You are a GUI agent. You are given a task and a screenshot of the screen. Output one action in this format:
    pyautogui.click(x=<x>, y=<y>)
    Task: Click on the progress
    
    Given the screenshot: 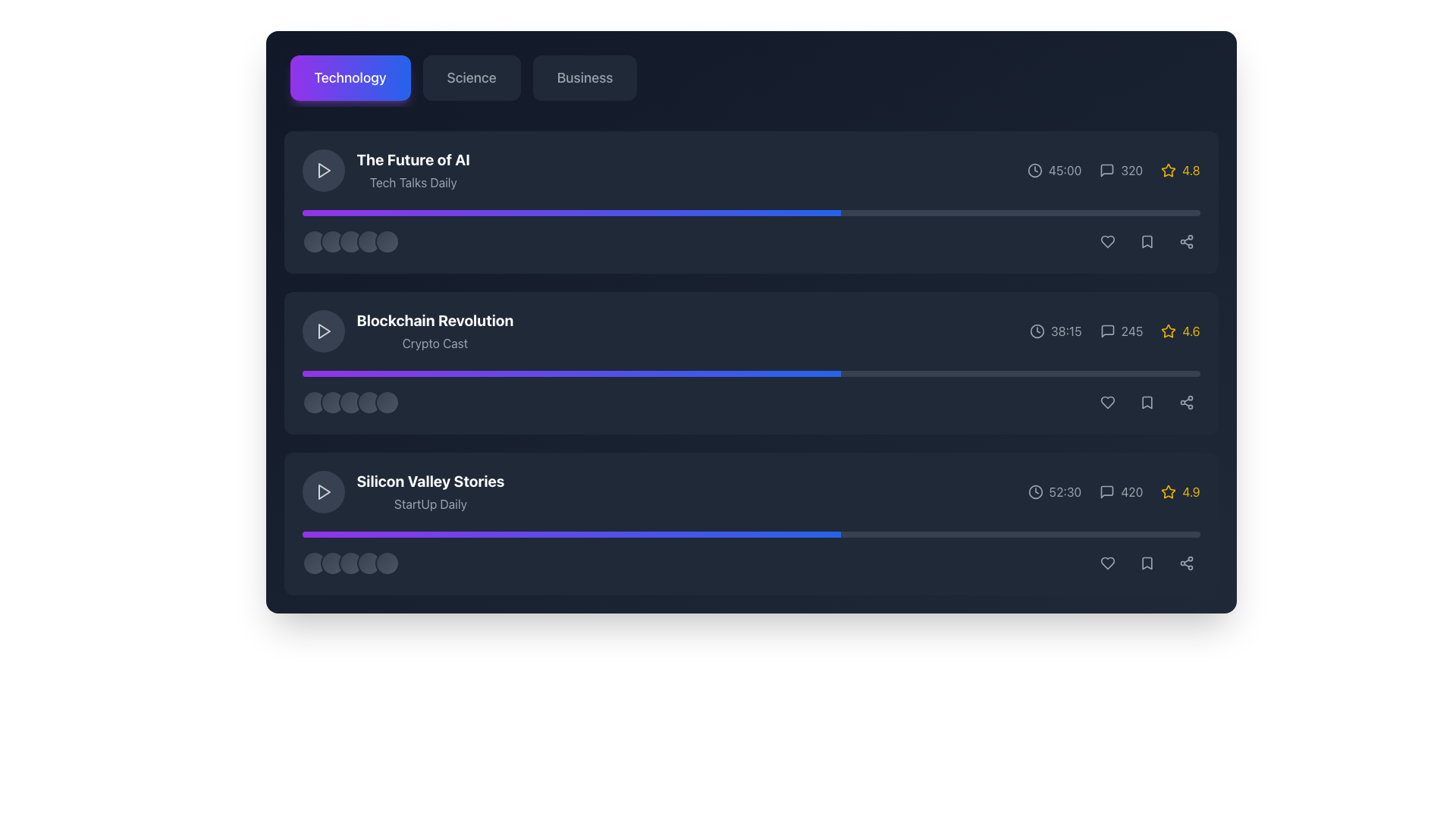 What is the action you would take?
    pyautogui.click(x=436, y=374)
    